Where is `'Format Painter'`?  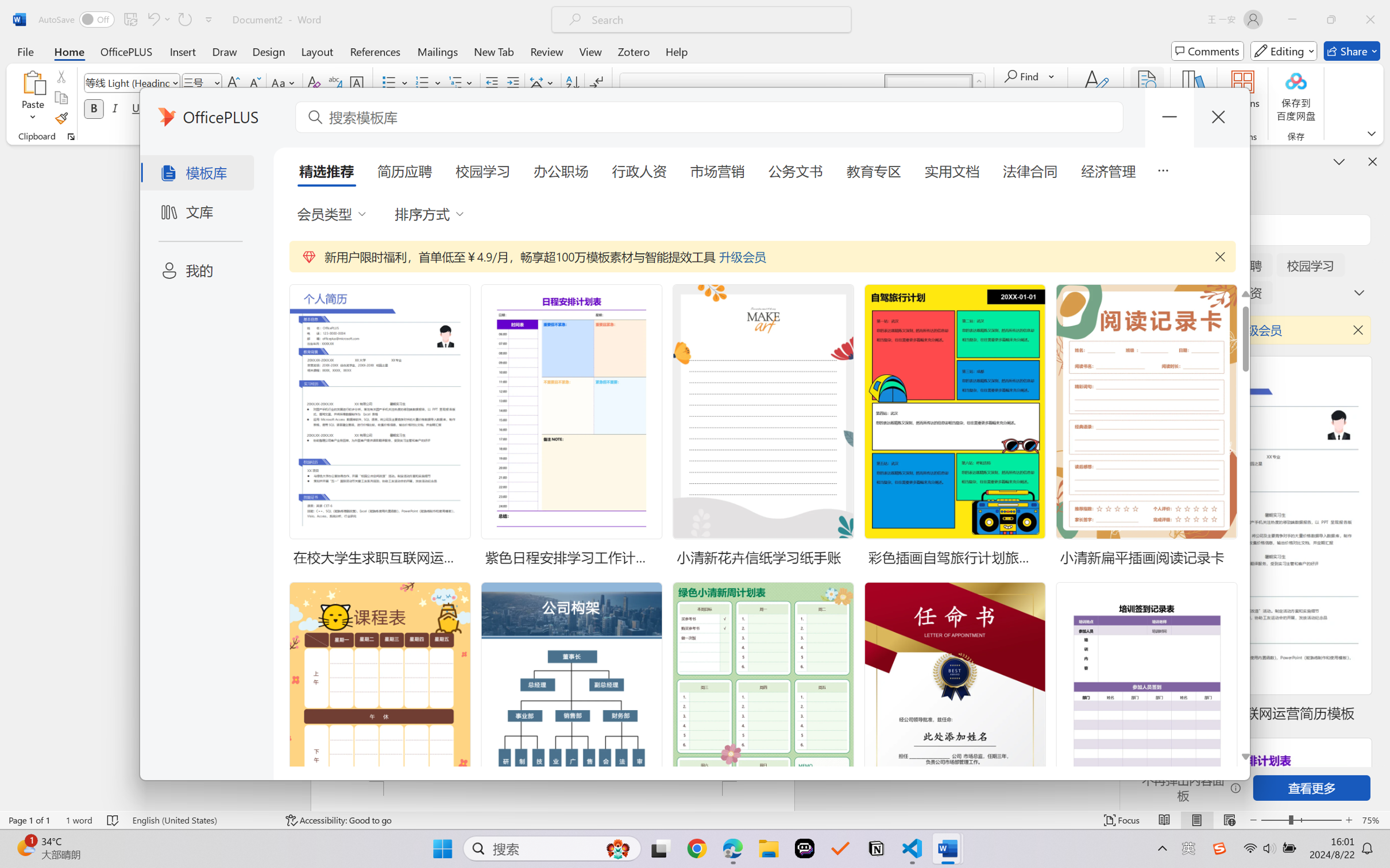
'Format Painter' is located at coordinates (60, 119).